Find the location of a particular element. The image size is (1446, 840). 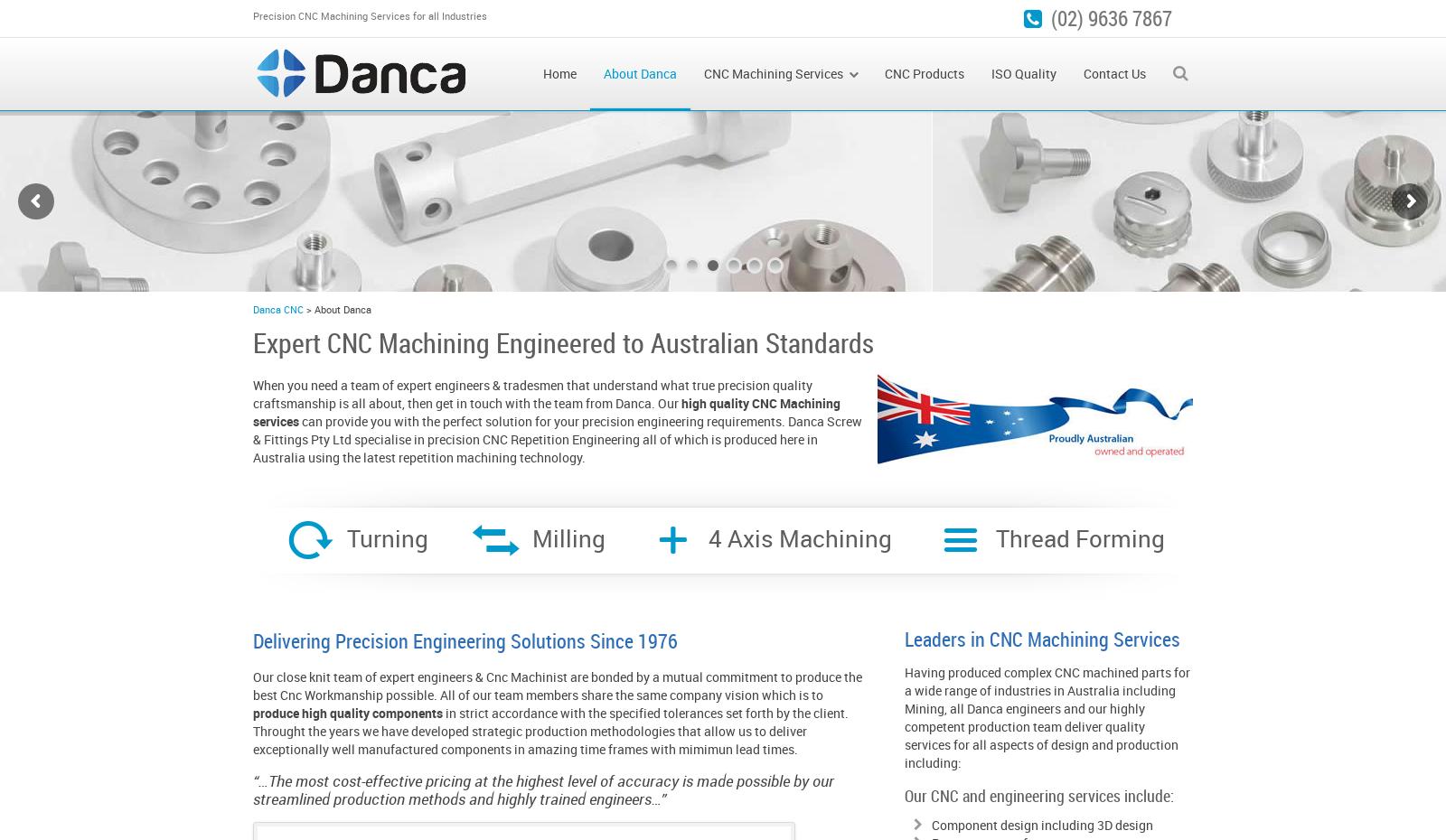

'Component design including 3D design' is located at coordinates (1042, 825).